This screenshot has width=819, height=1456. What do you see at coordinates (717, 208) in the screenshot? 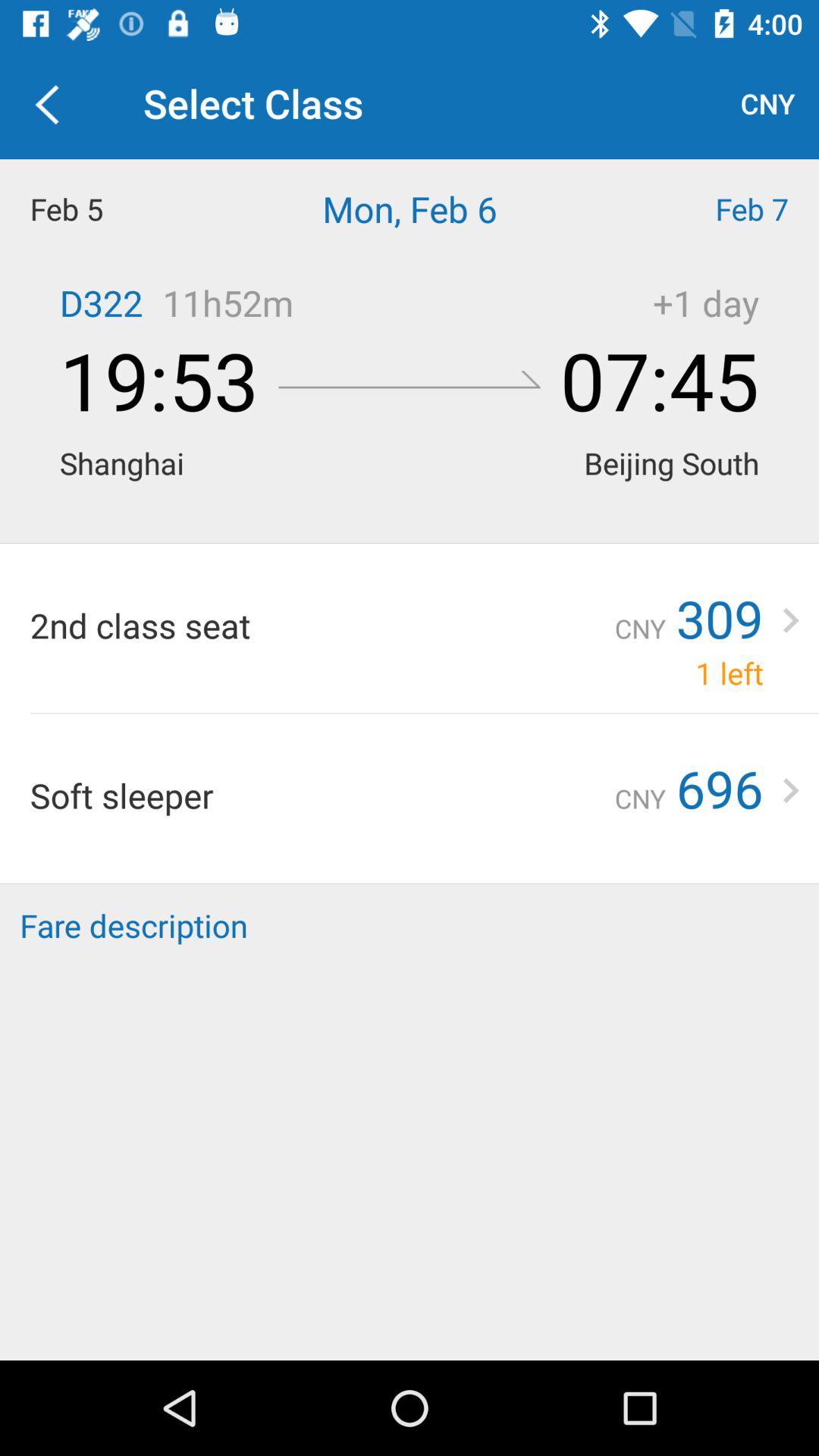
I see `the icon next to the mon, feb 6 icon` at bounding box center [717, 208].